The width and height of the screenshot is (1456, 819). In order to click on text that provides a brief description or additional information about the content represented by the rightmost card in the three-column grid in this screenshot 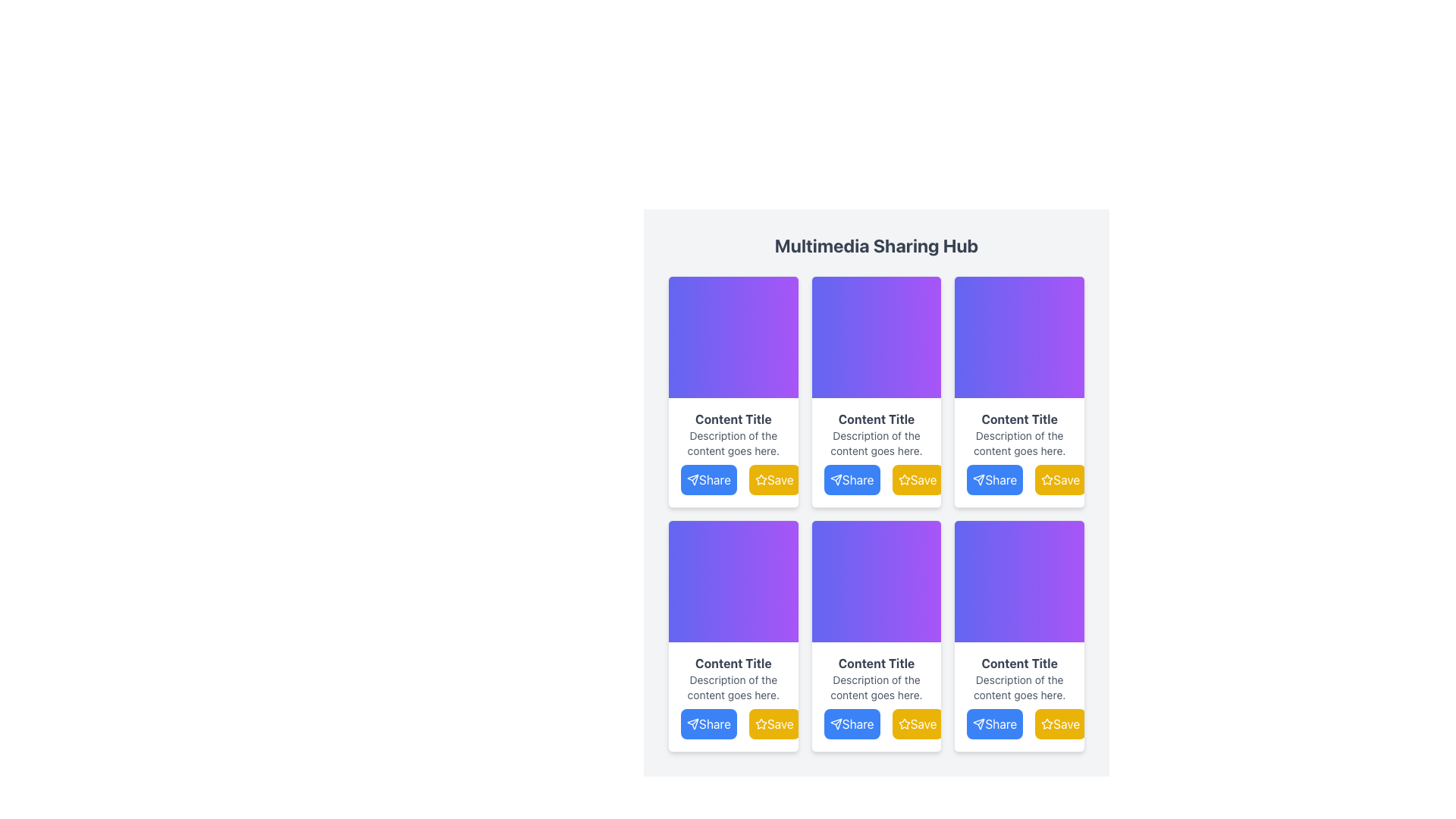, I will do `click(1019, 444)`.